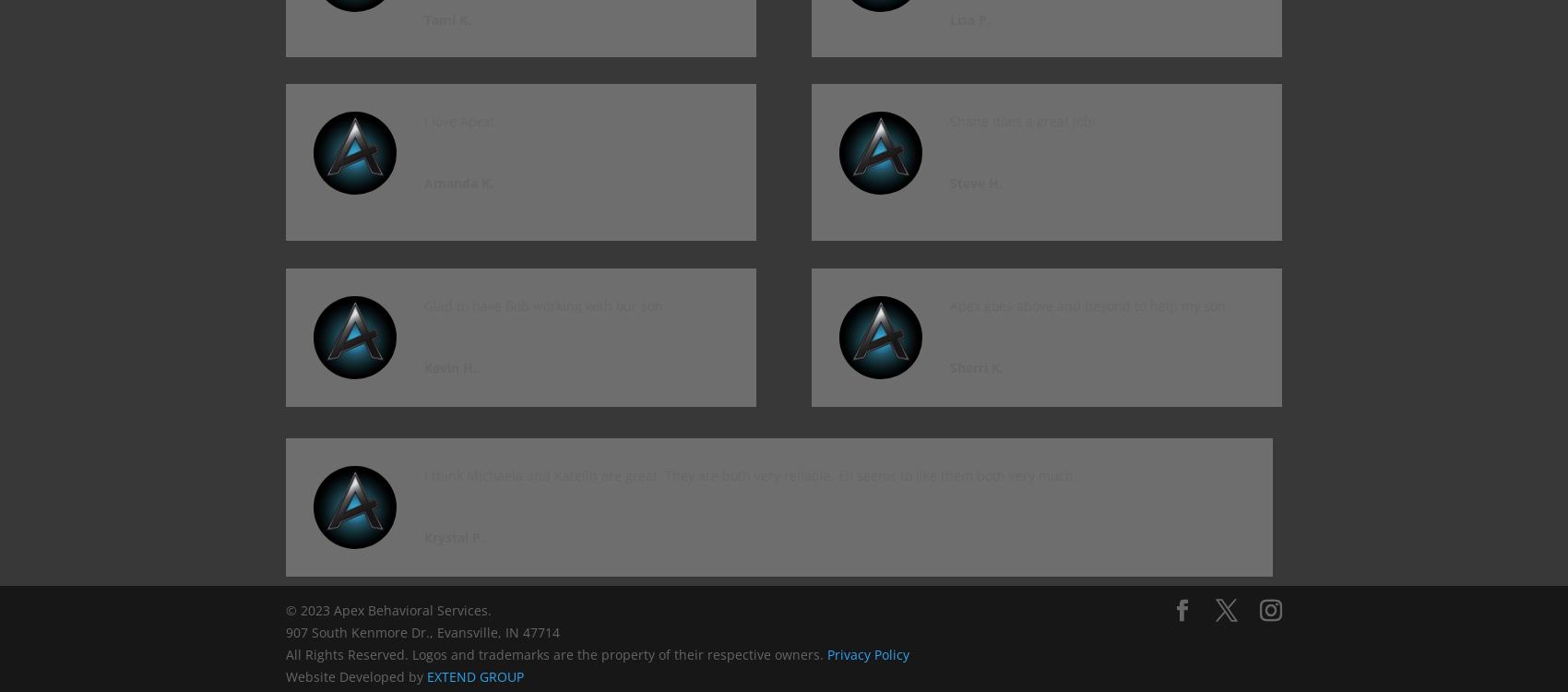 The height and width of the screenshot is (692, 1568). Describe the element at coordinates (424, 18) in the screenshot. I see `'Tami K.'` at that location.